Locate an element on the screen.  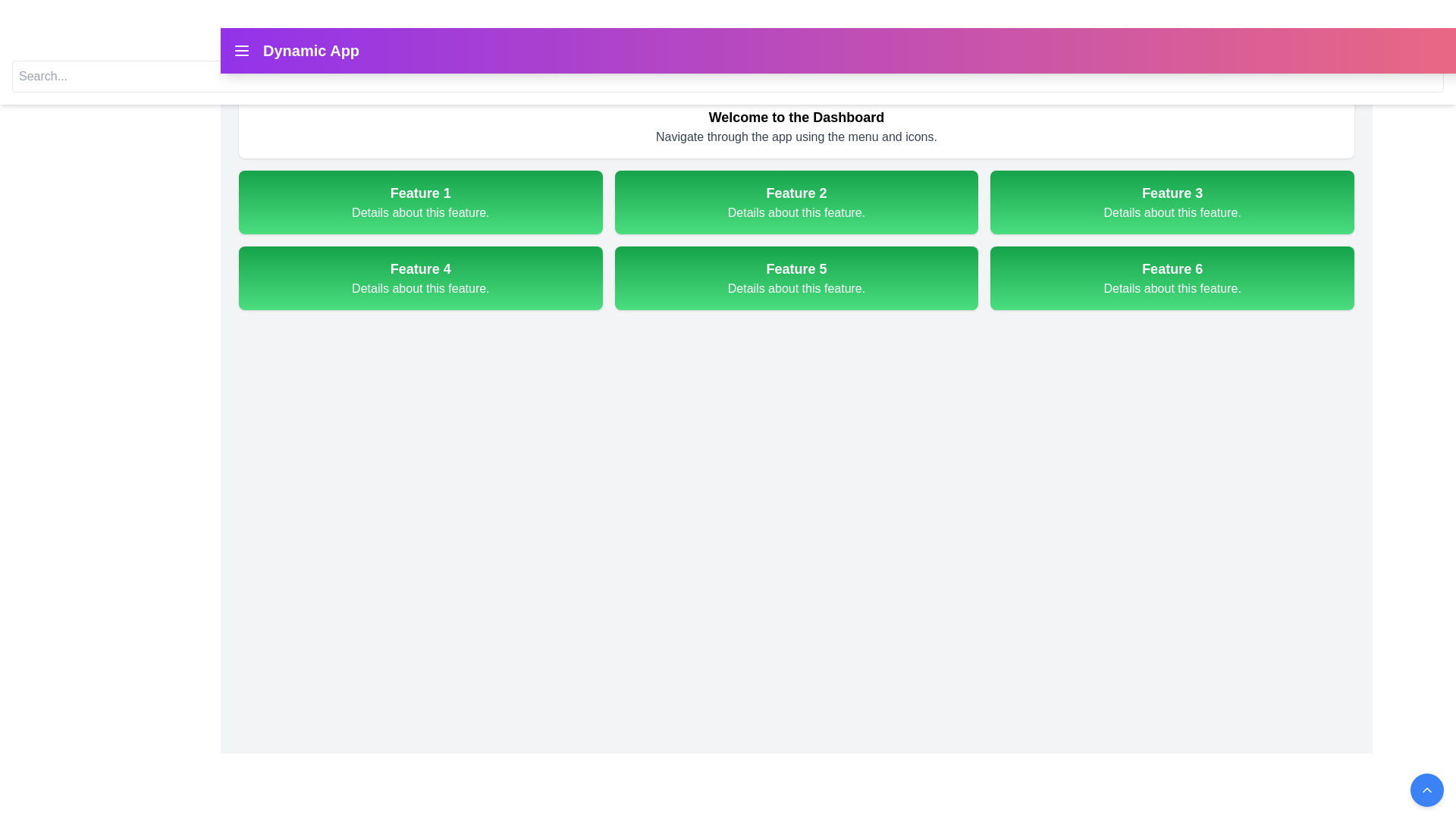
the informational card that provides details about Feature 6, located in the bottom-right corner of the grid layout, adjacent to the card labeled 'Feature 5' is located at coordinates (1172, 278).